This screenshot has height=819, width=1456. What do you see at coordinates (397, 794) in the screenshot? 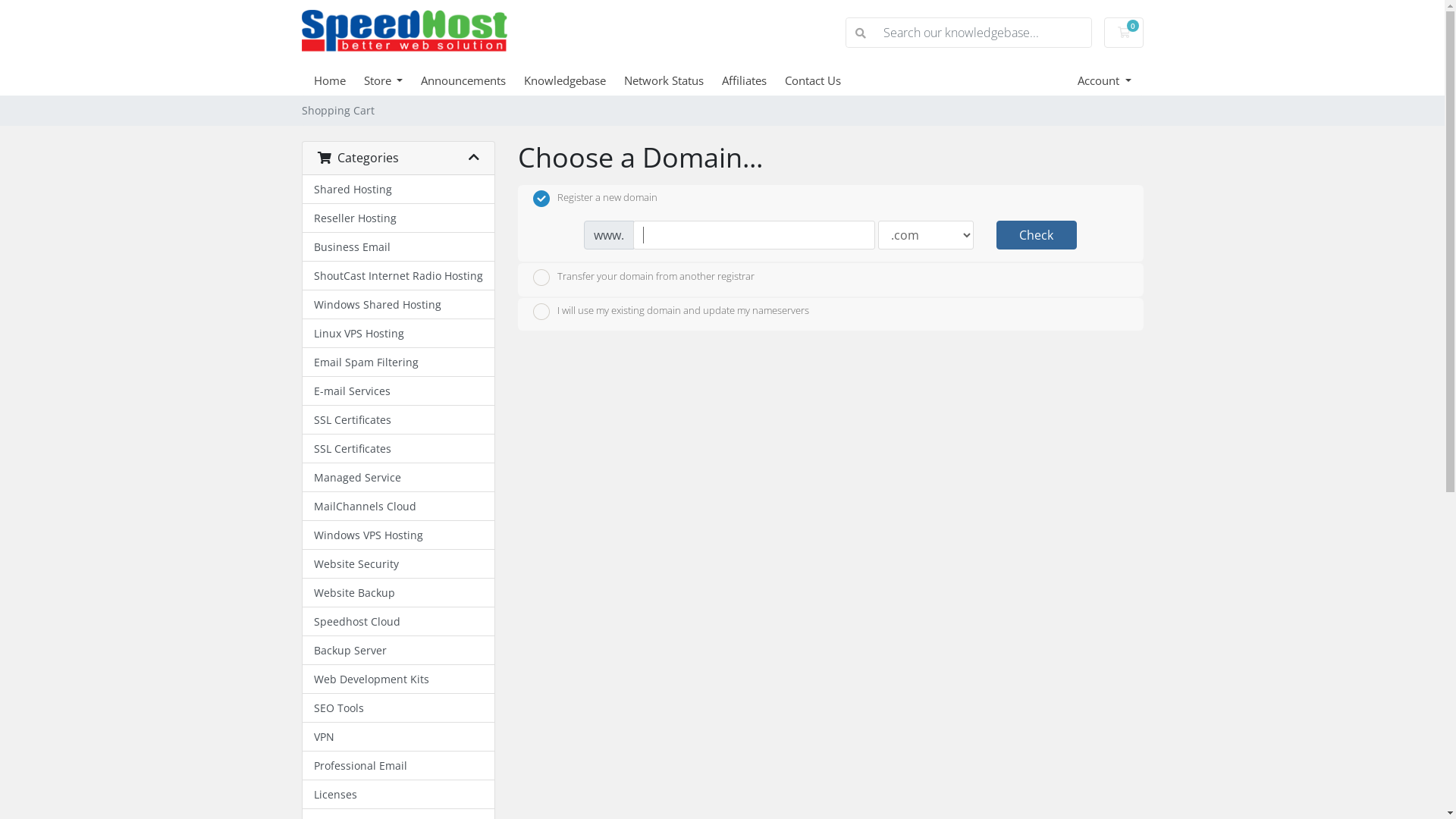
I see `'Licenses'` at bounding box center [397, 794].